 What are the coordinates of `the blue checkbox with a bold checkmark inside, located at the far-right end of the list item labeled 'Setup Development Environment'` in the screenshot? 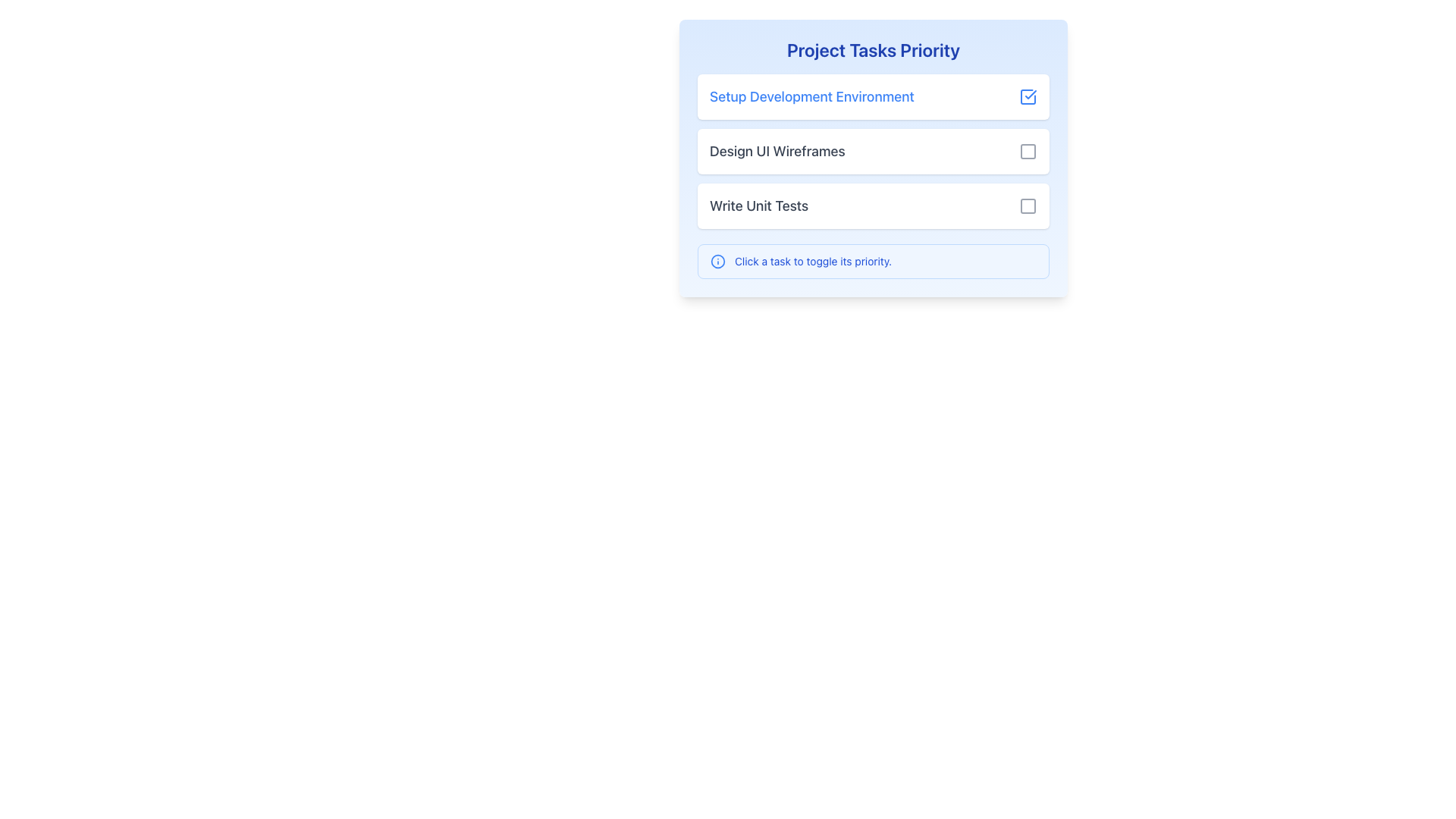 It's located at (1028, 96).